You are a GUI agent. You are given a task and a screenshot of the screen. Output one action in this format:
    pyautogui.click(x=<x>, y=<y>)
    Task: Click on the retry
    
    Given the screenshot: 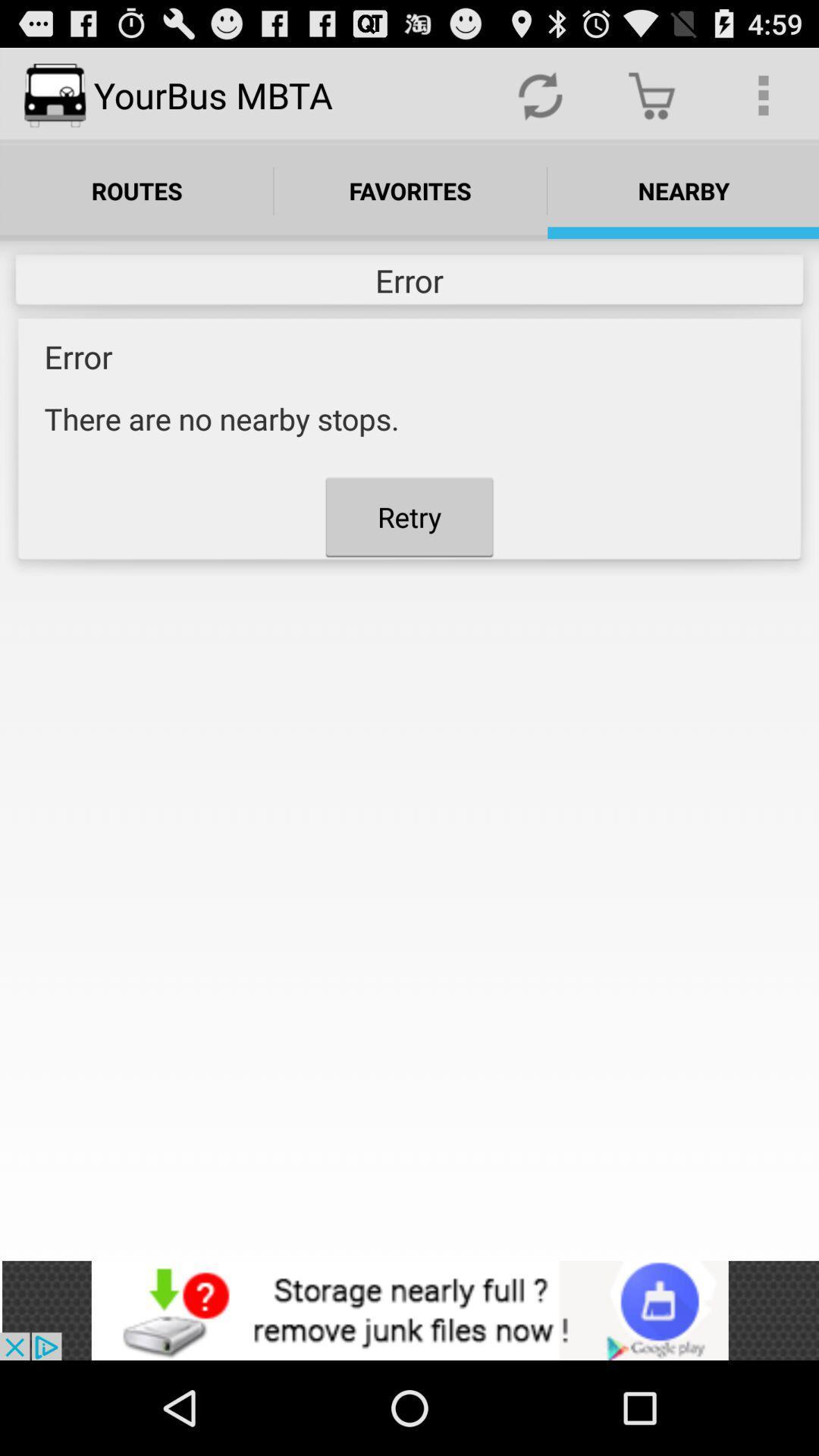 What is the action you would take?
    pyautogui.click(x=409, y=516)
    